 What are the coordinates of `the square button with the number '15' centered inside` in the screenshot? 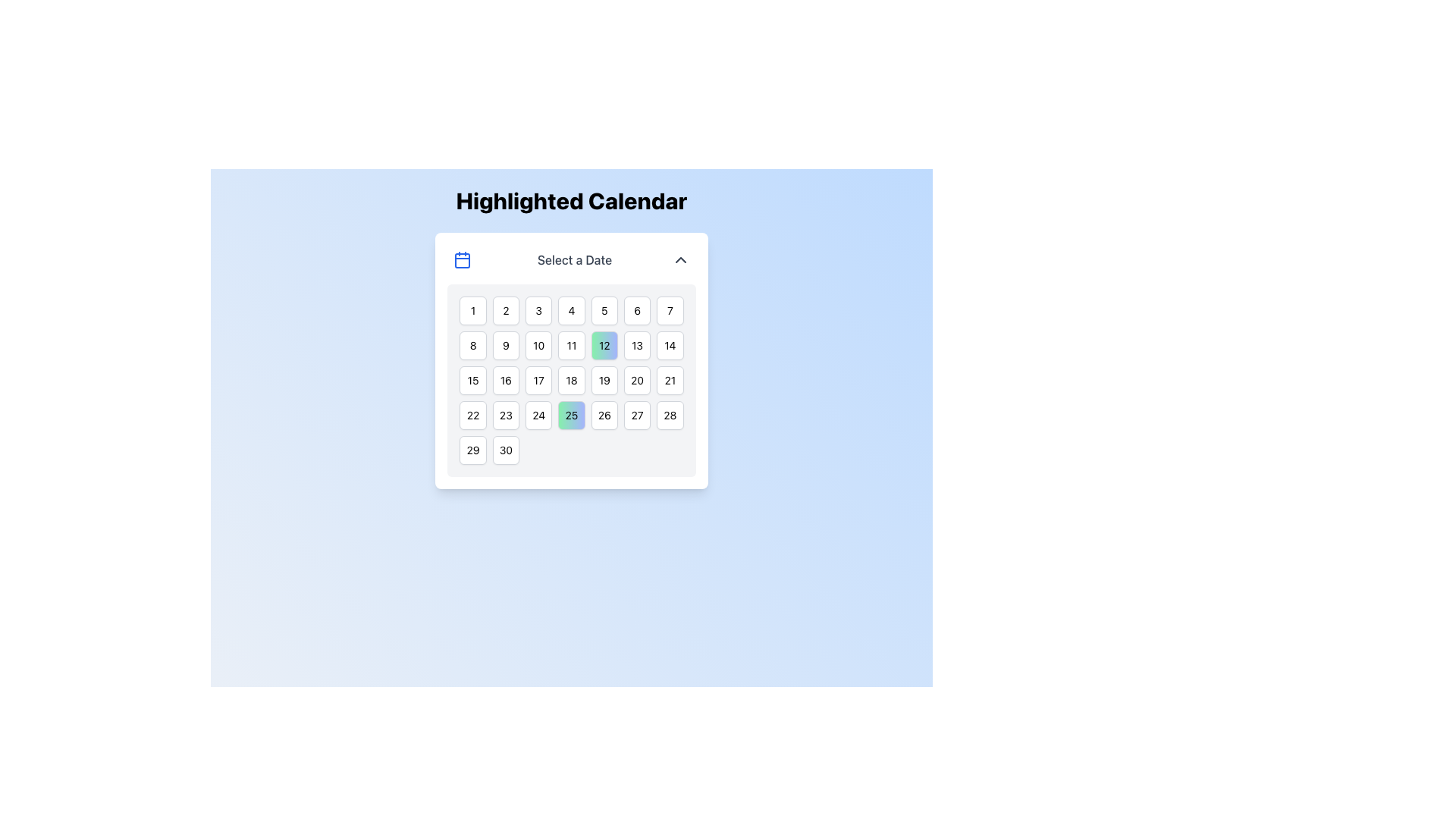 It's located at (472, 379).